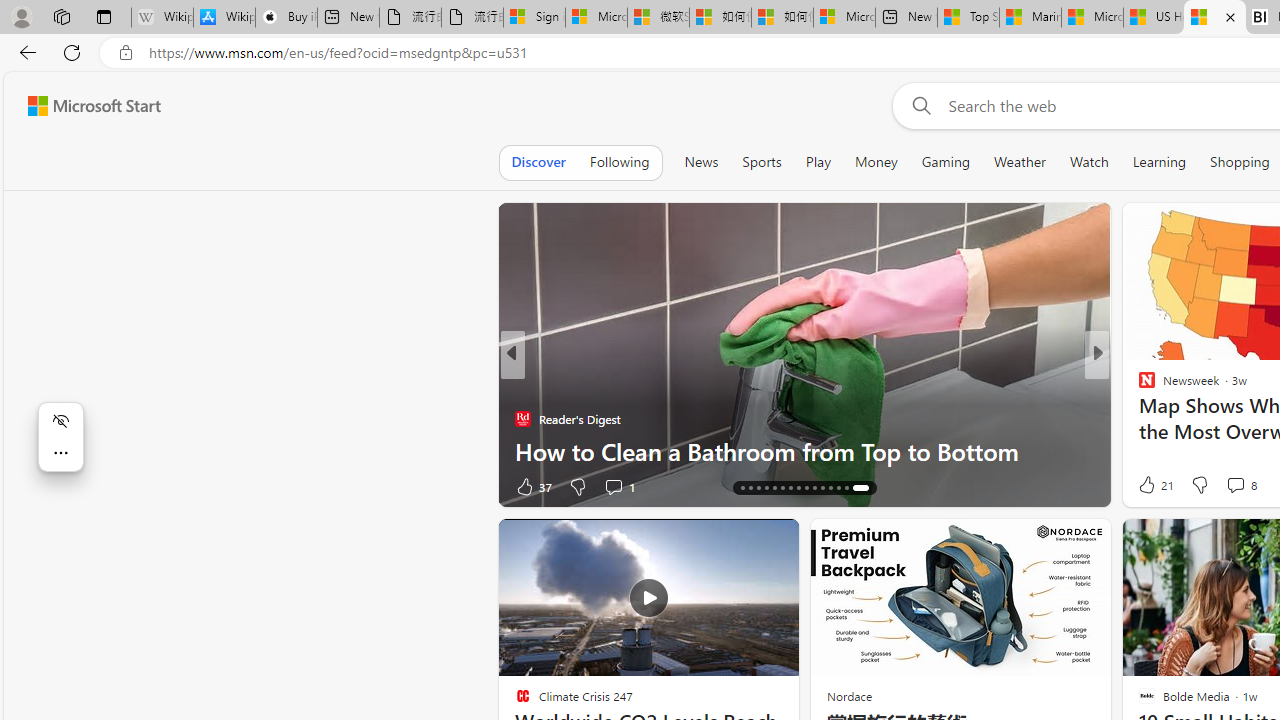 Image resolution: width=1280 pixels, height=720 pixels. I want to click on 'Learning', so click(1159, 161).